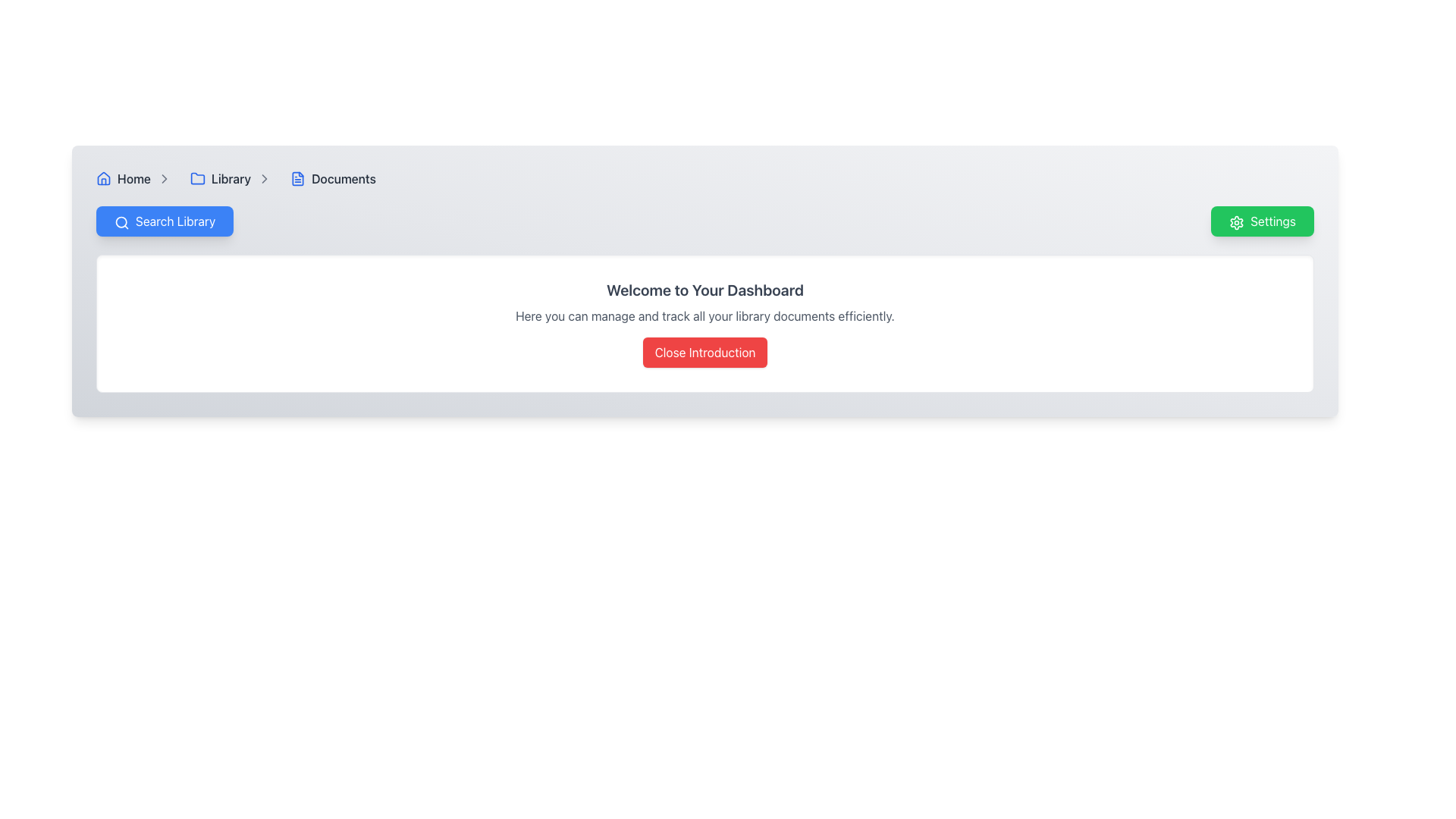  Describe the element at coordinates (164, 177) in the screenshot. I see `the second right-pointing chevron icon in the header navigation bar, located between the 'Home' and 'Library' texts` at that location.